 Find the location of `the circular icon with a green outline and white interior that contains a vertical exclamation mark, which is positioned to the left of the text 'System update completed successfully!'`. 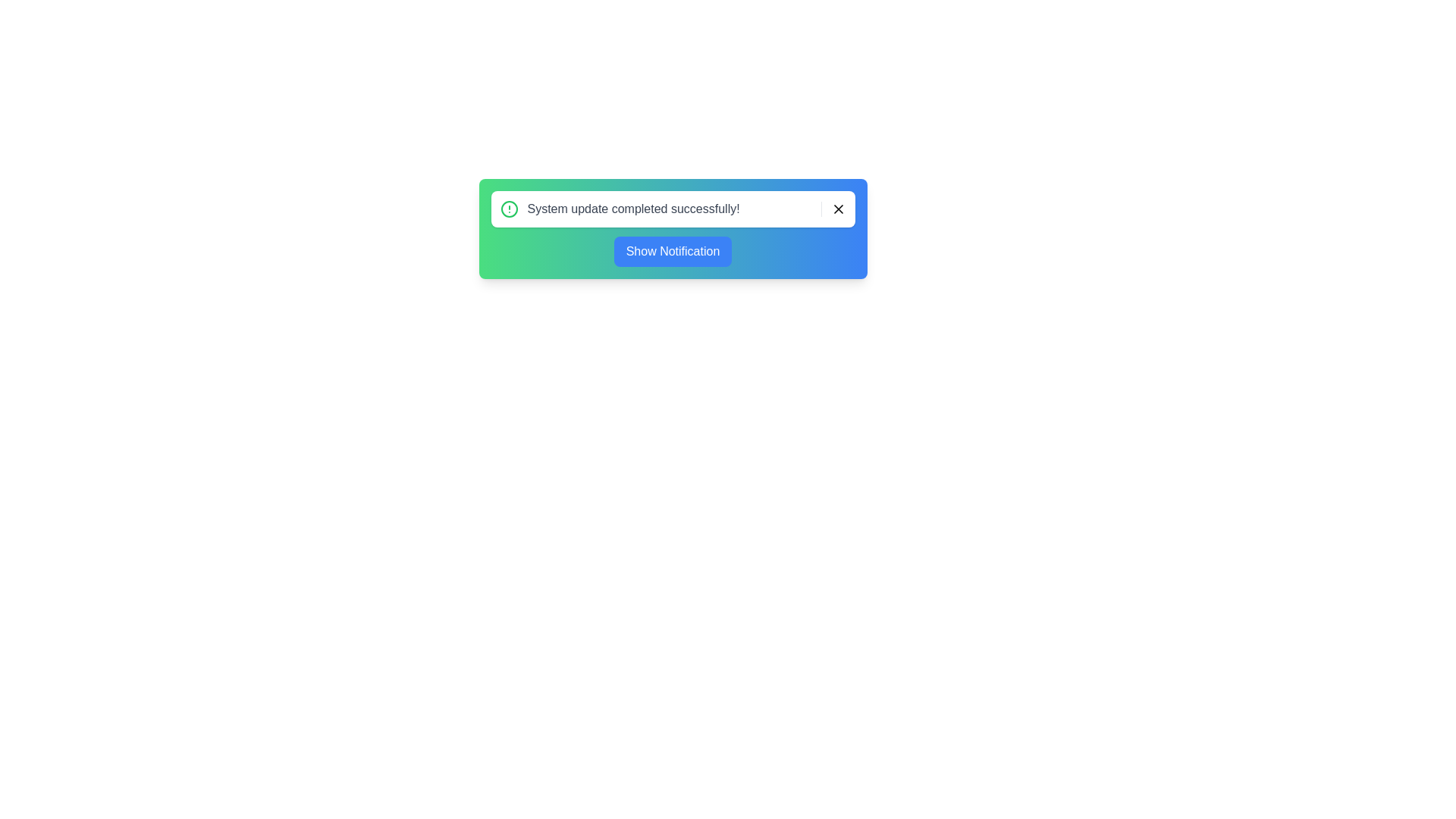

the circular icon with a green outline and white interior that contains a vertical exclamation mark, which is positioned to the left of the text 'System update completed successfully!' is located at coordinates (509, 209).